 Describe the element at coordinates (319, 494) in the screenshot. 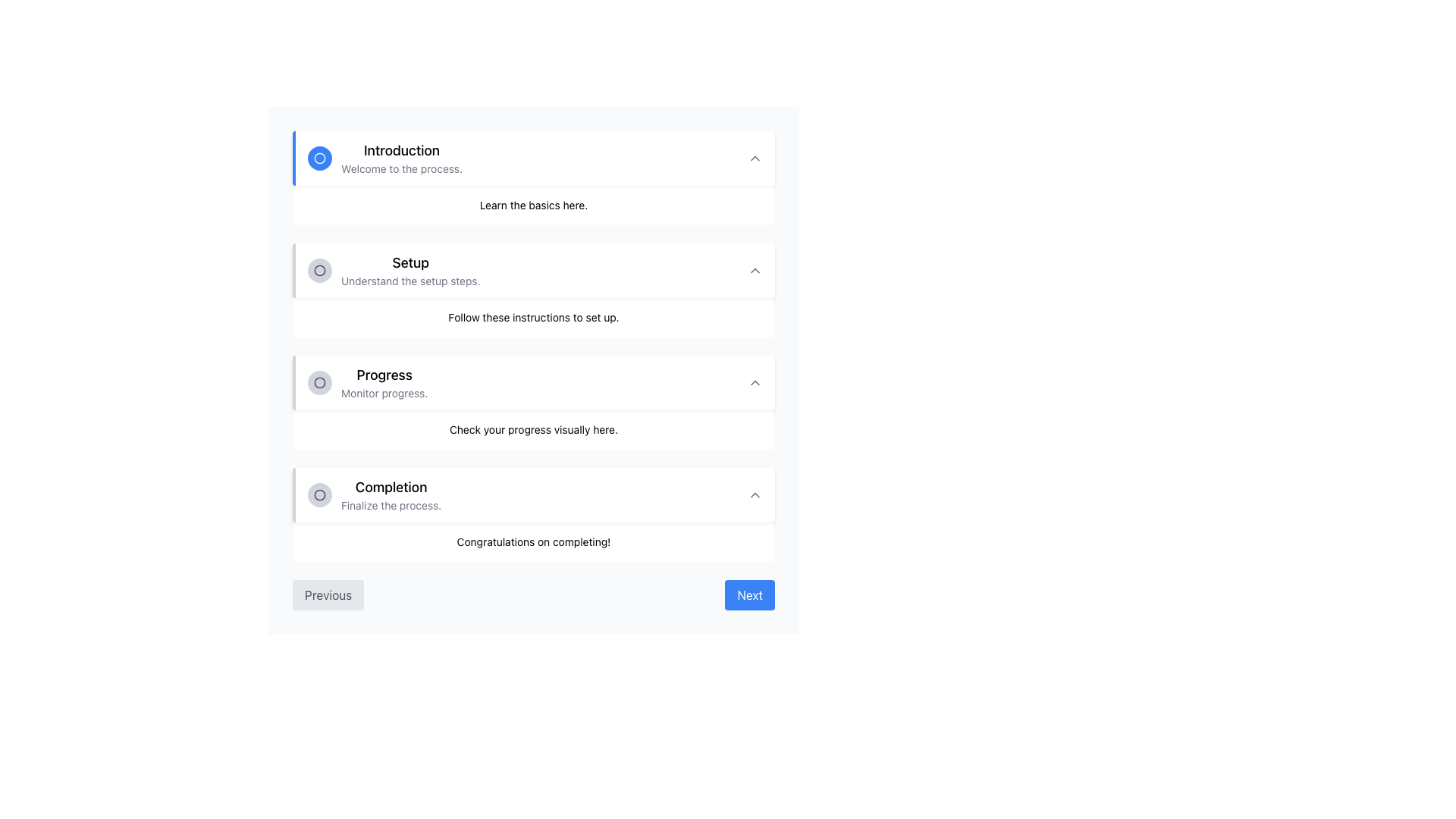

I see `the small circular icon with a bold outline located in the 'Completion' step of the vertical step-by-step list interface` at that location.